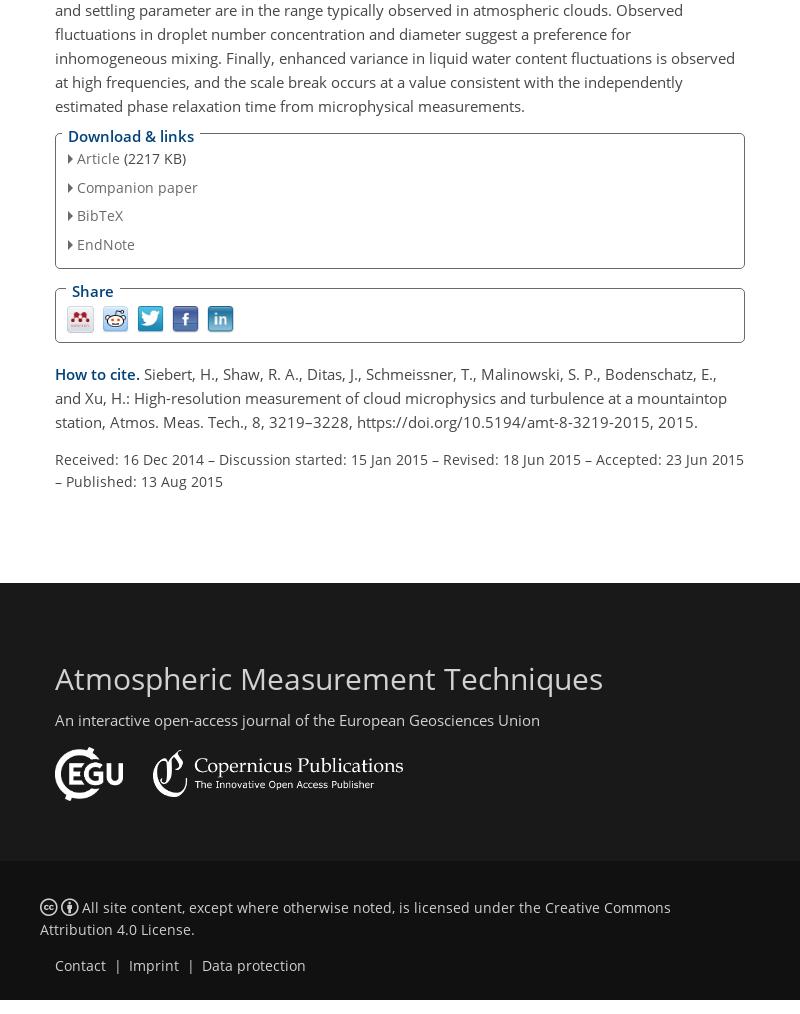 Image resolution: width=800 pixels, height=1014 pixels. I want to click on 'BibTeX', so click(100, 214).